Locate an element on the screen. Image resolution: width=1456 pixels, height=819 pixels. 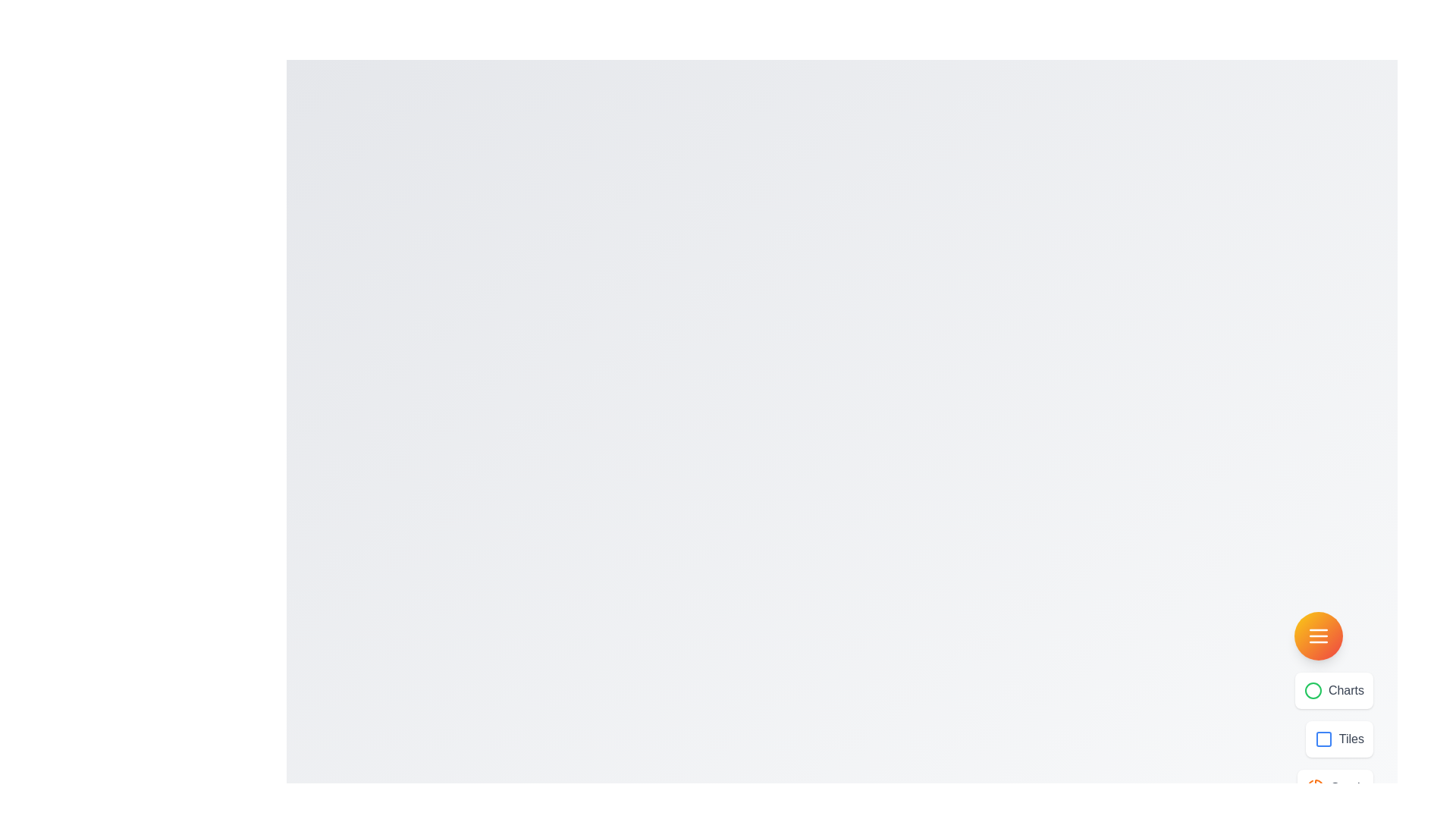
the menu option icon corresponding to Graph is located at coordinates (1314, 786).